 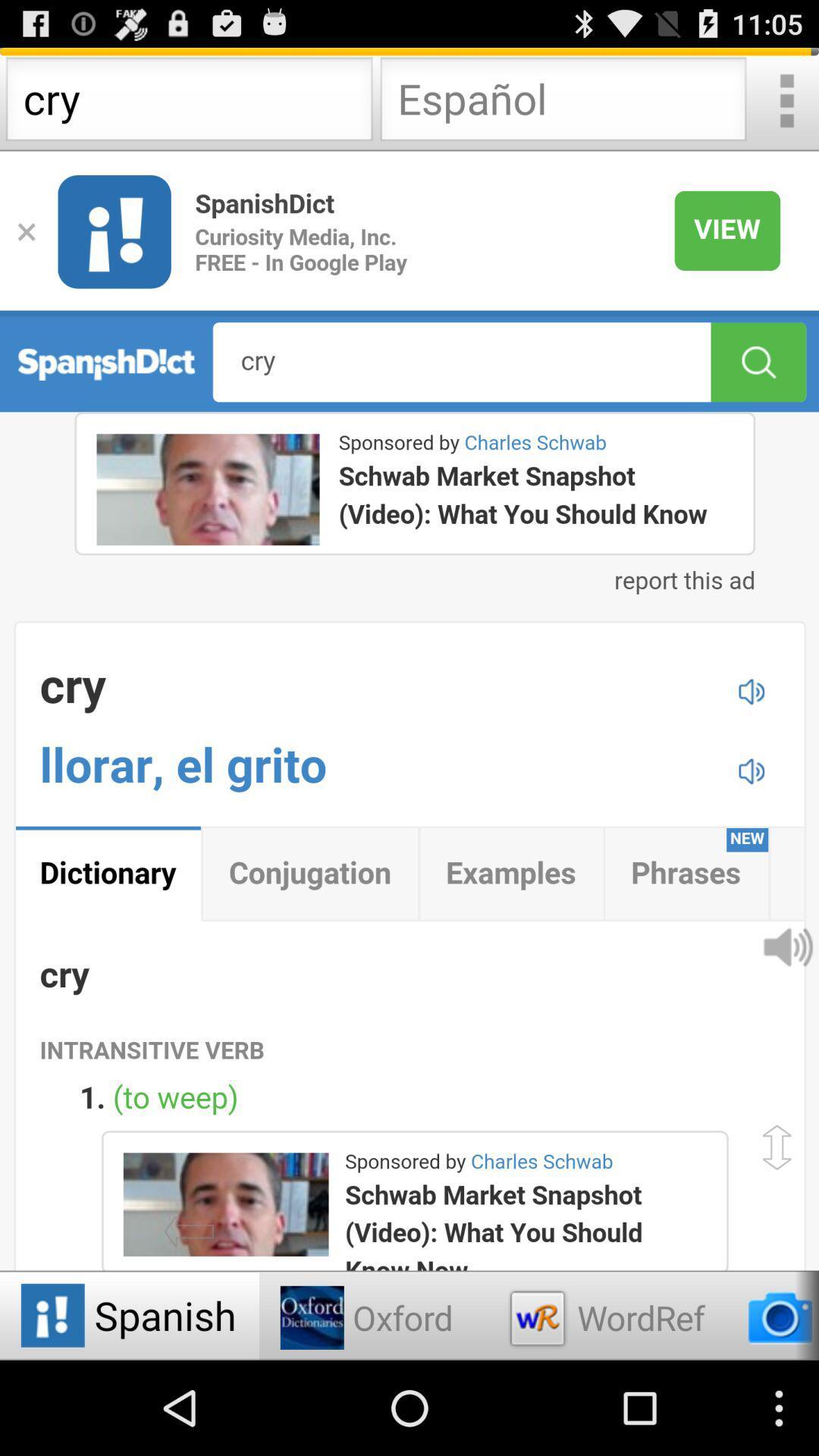 What do you see at coordinates (786, 1012) in the screenshot?
I see `the volume icon` at bounding box center [786, 1012].